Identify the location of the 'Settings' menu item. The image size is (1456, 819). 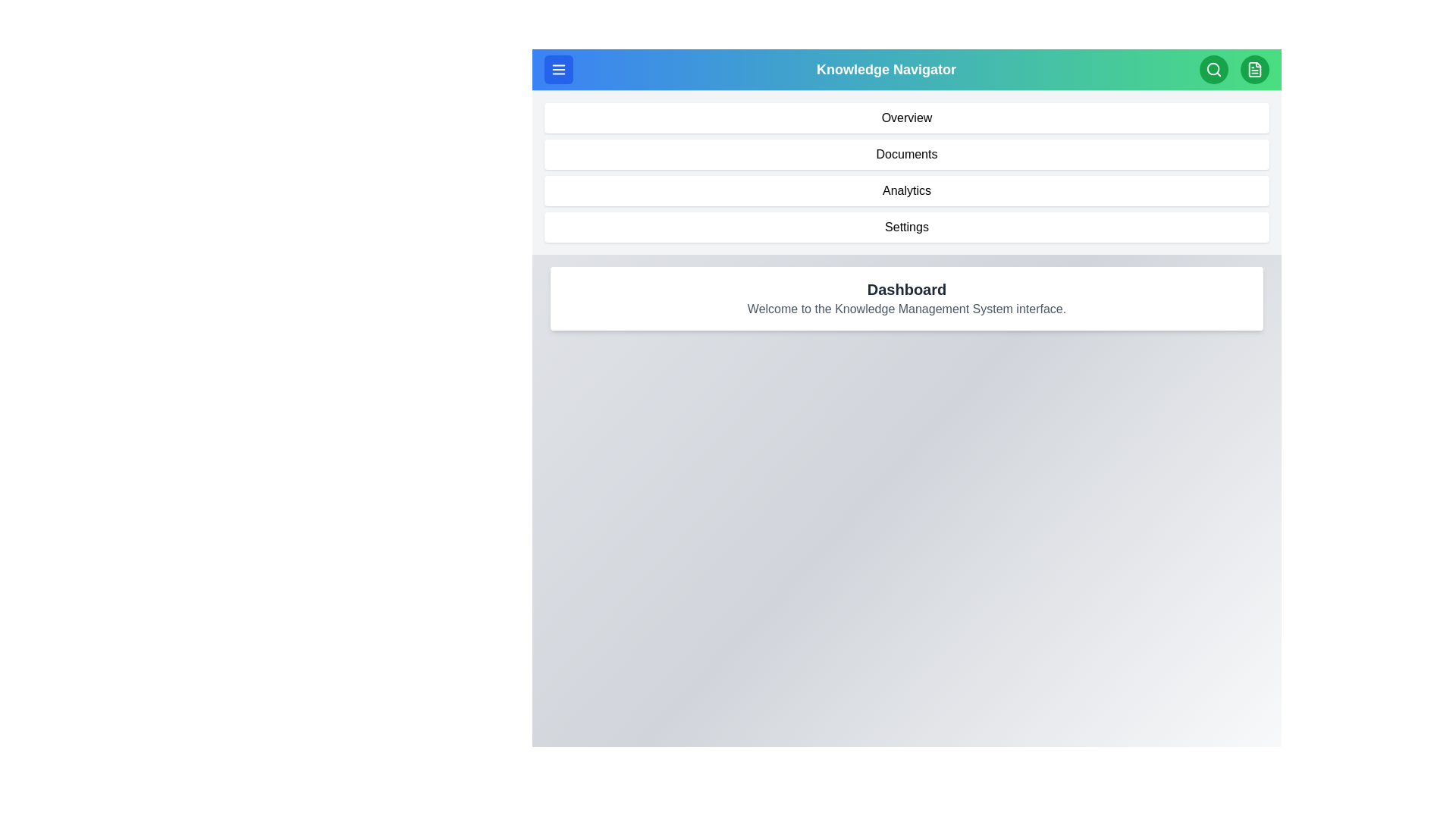
(906, 227).